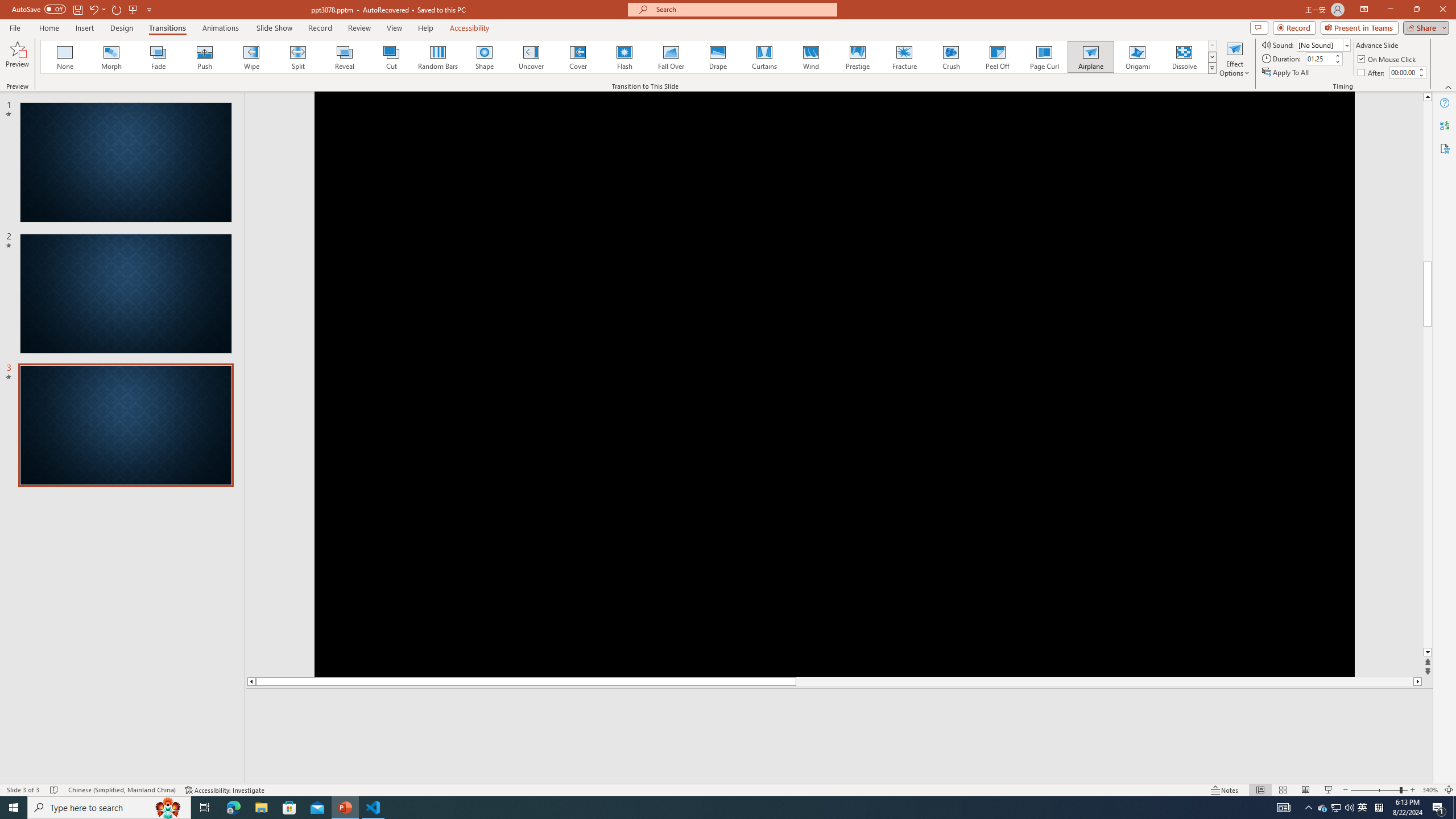  Describe the element at coordinates (1387, 59) in the screenshot. I see `'On Mouse Click'` at that location.